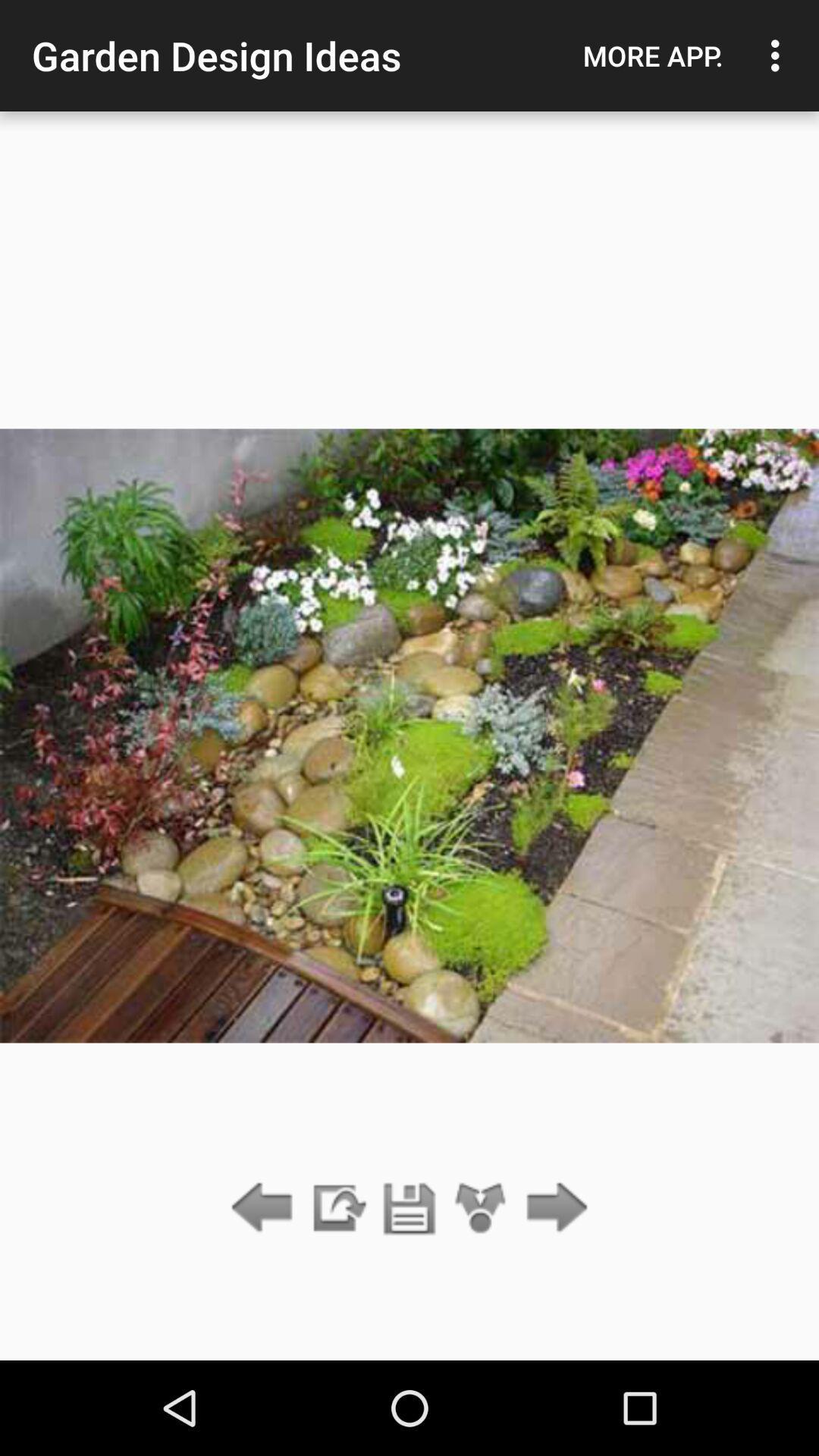 The width and height of the screenshot is (819, 1456). What do you see at coordinates (779, 55) in the screenshot?
I see `the item to the right of more app.` at bounding box center [779, 55].